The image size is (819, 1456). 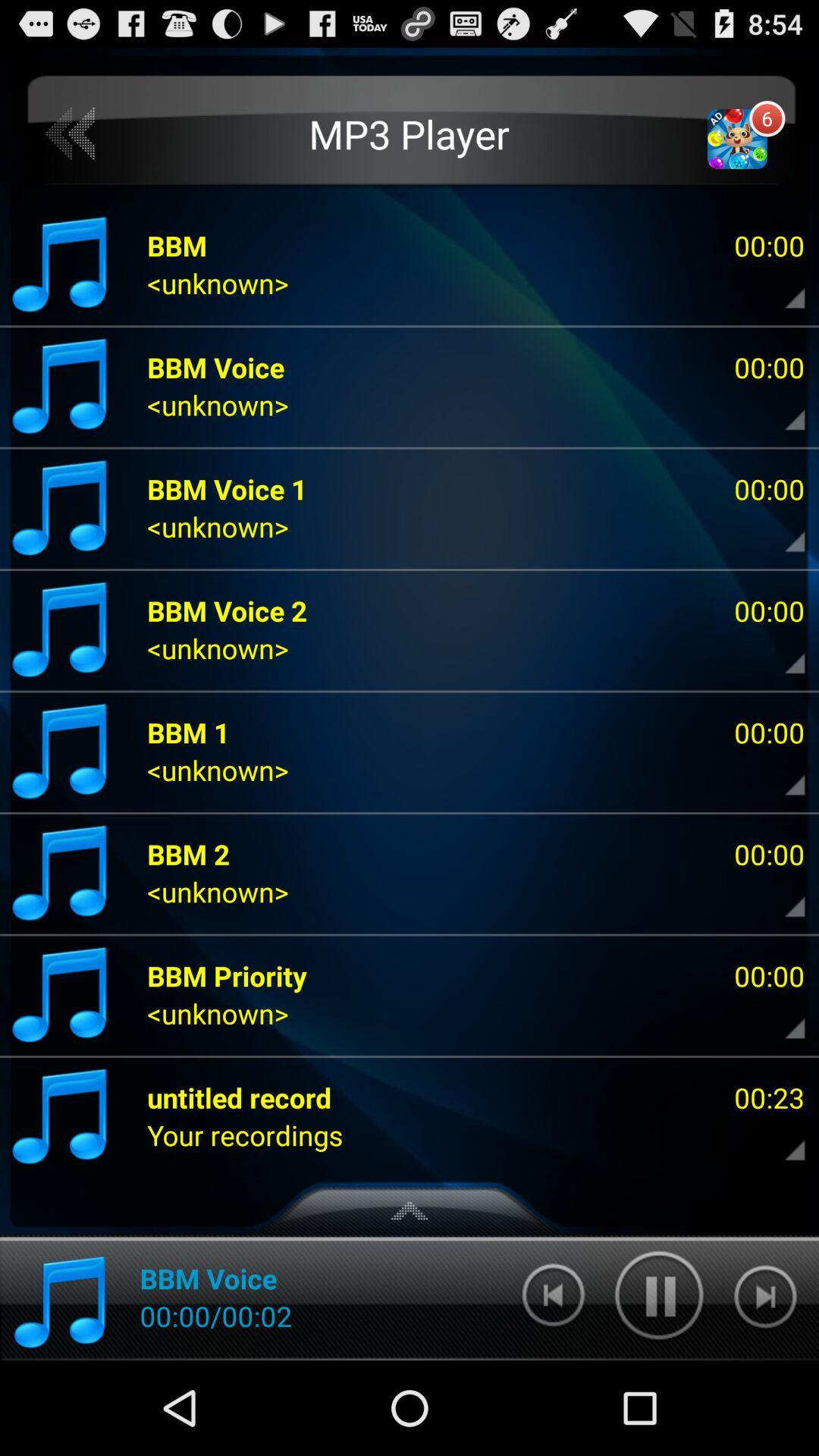 I want to click on share, so click(x=782, y=774).